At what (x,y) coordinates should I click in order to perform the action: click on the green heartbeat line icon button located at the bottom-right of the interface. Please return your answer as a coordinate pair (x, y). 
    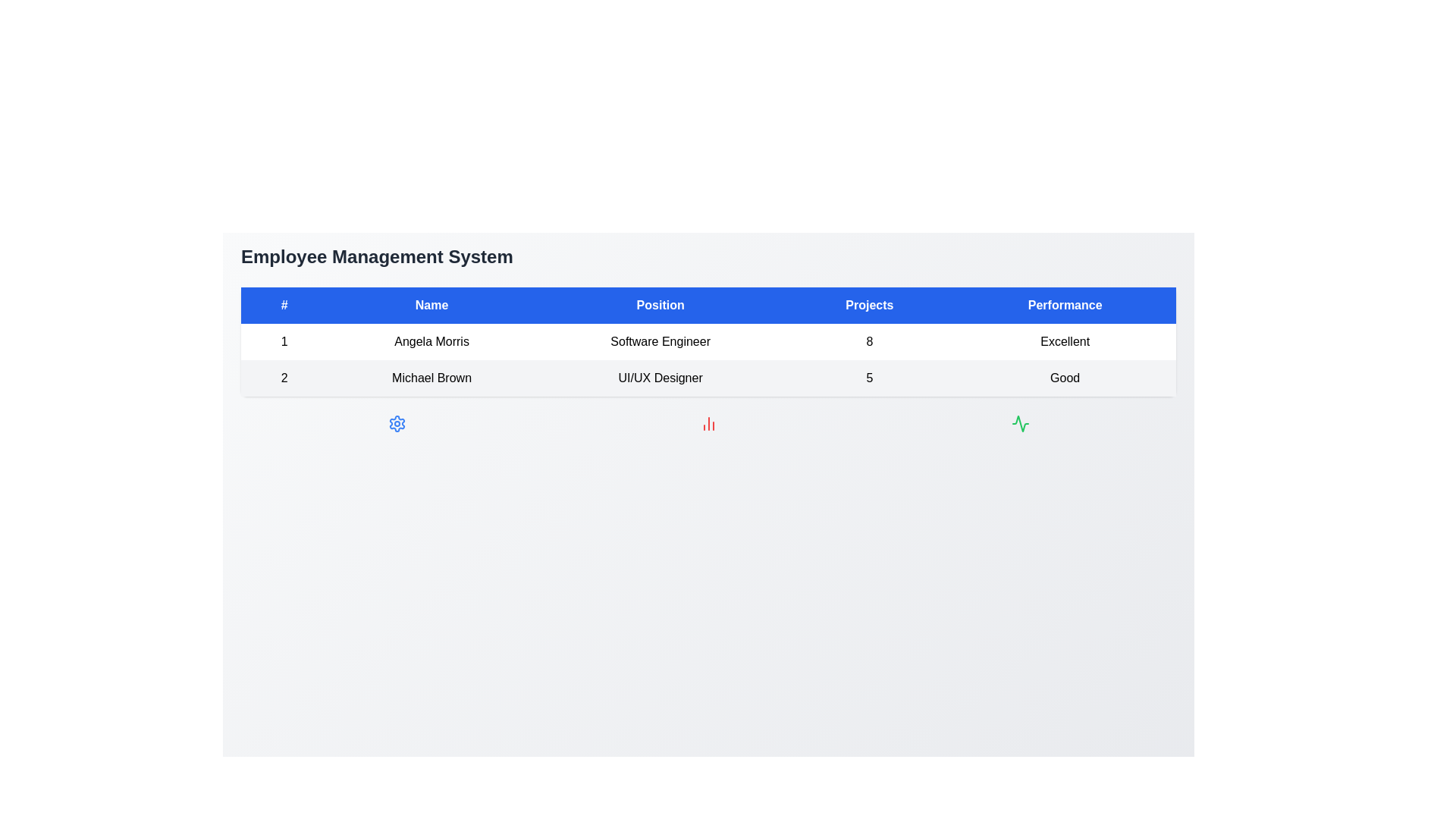
    Looking at the image, I should click on (1020, 424).